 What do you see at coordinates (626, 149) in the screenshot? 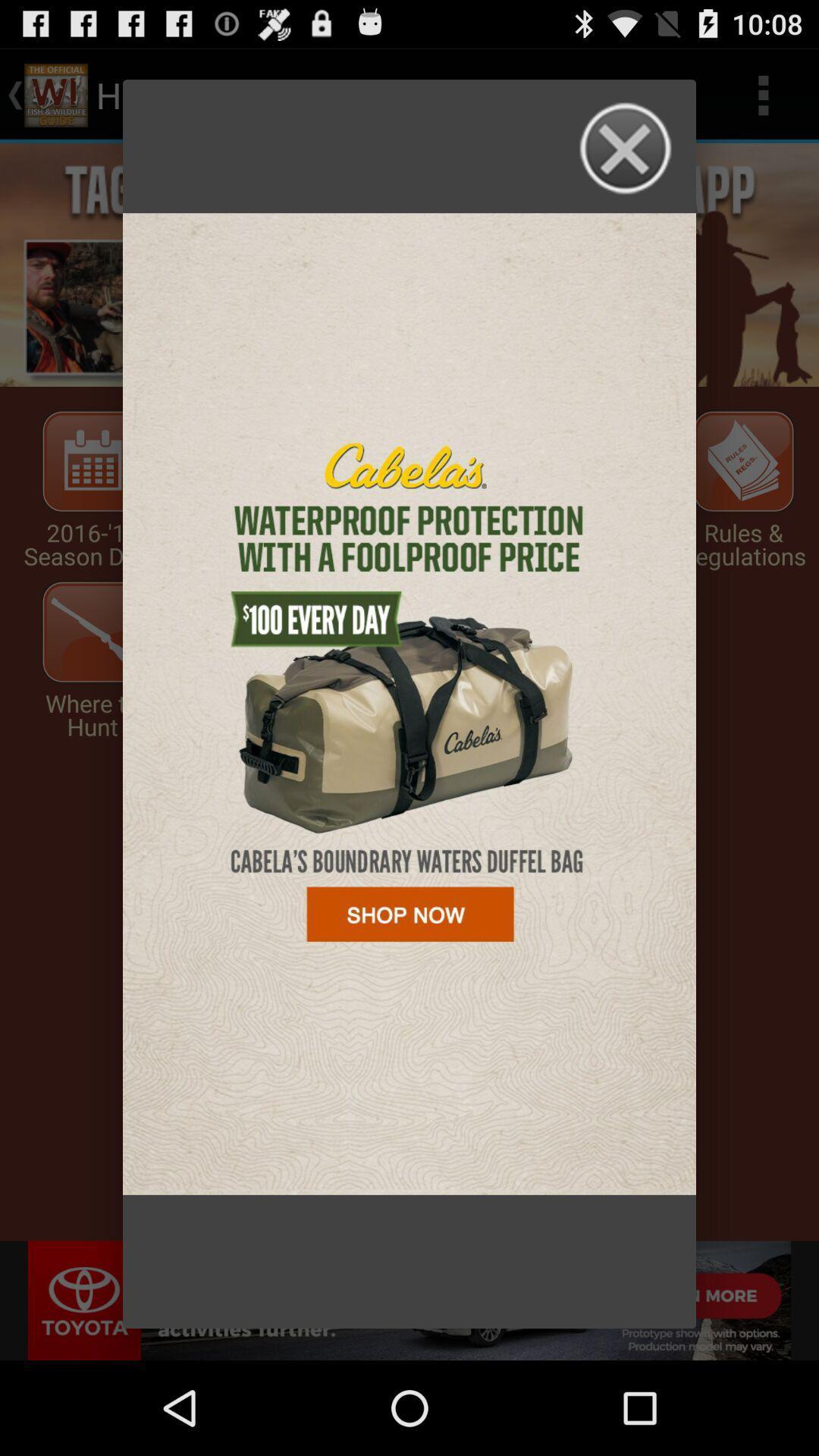
I see `window` at bounding box center [626, 149].